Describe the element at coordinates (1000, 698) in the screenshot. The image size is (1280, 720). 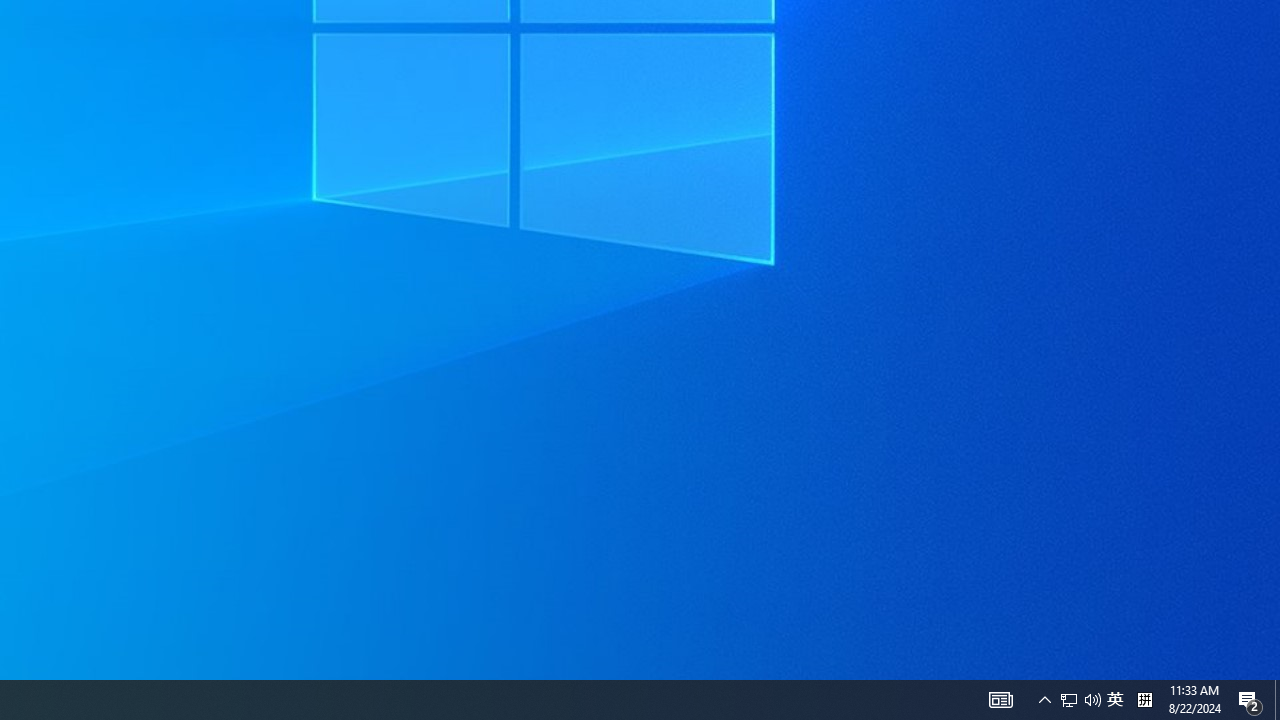
I see `'AutomationID: 4105'` at that location.